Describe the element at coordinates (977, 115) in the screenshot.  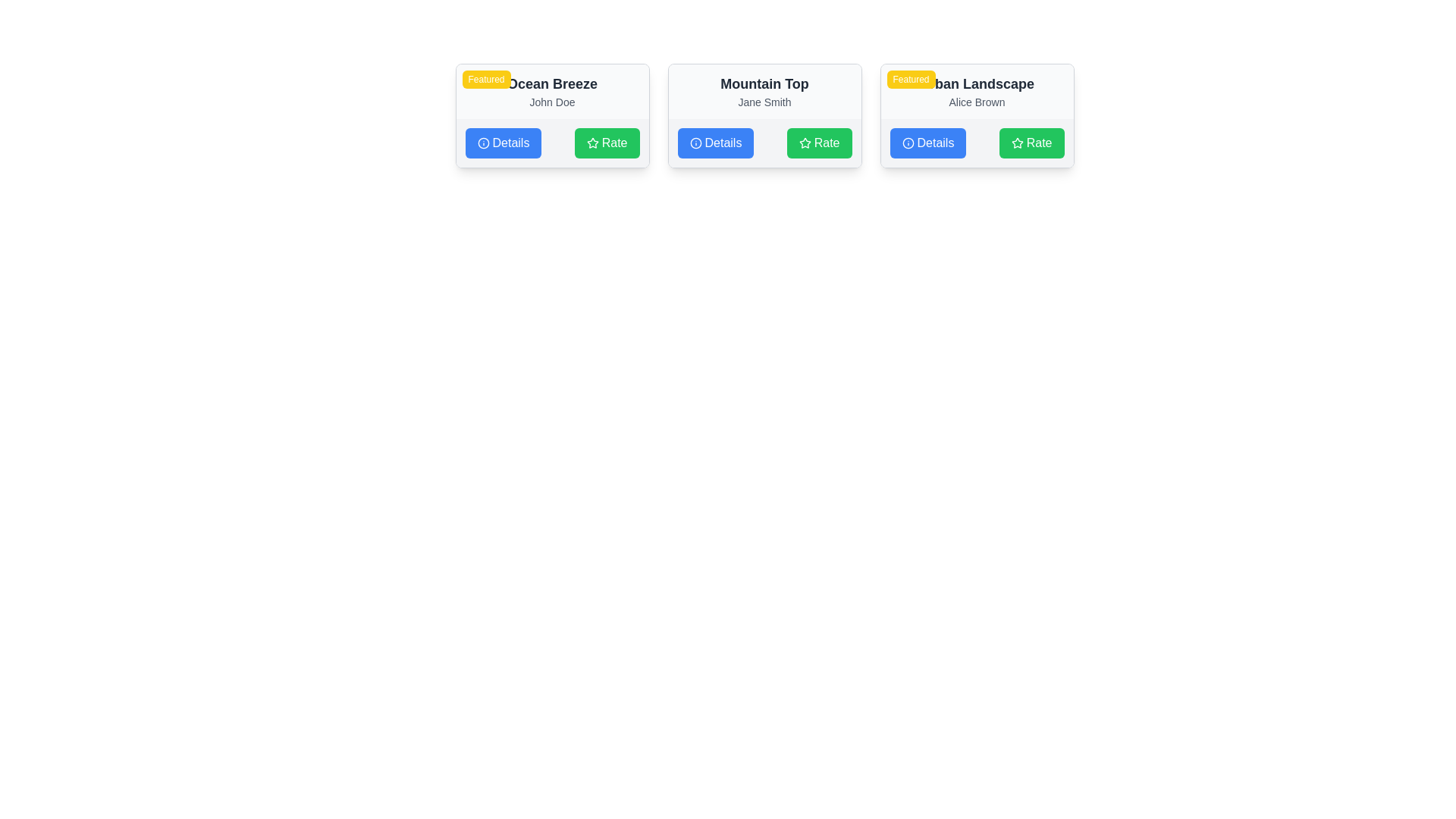
I see `the 'Rate' button on the 'Urban Landscape' interactive card, which is styled in light gray with a yellow badge and contains the title in bold` at that location.